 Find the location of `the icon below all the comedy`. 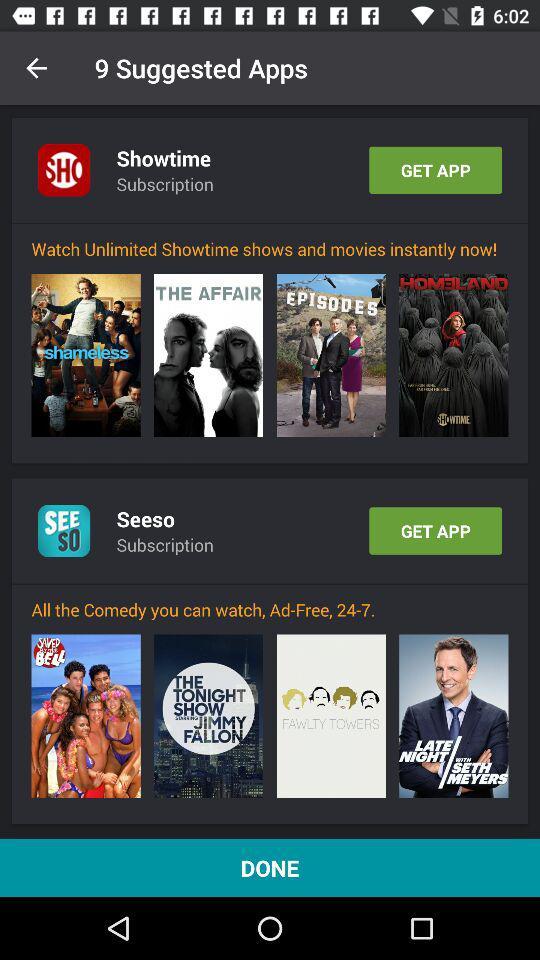

the icon below all the comedy is located at coordinates (331, 716).